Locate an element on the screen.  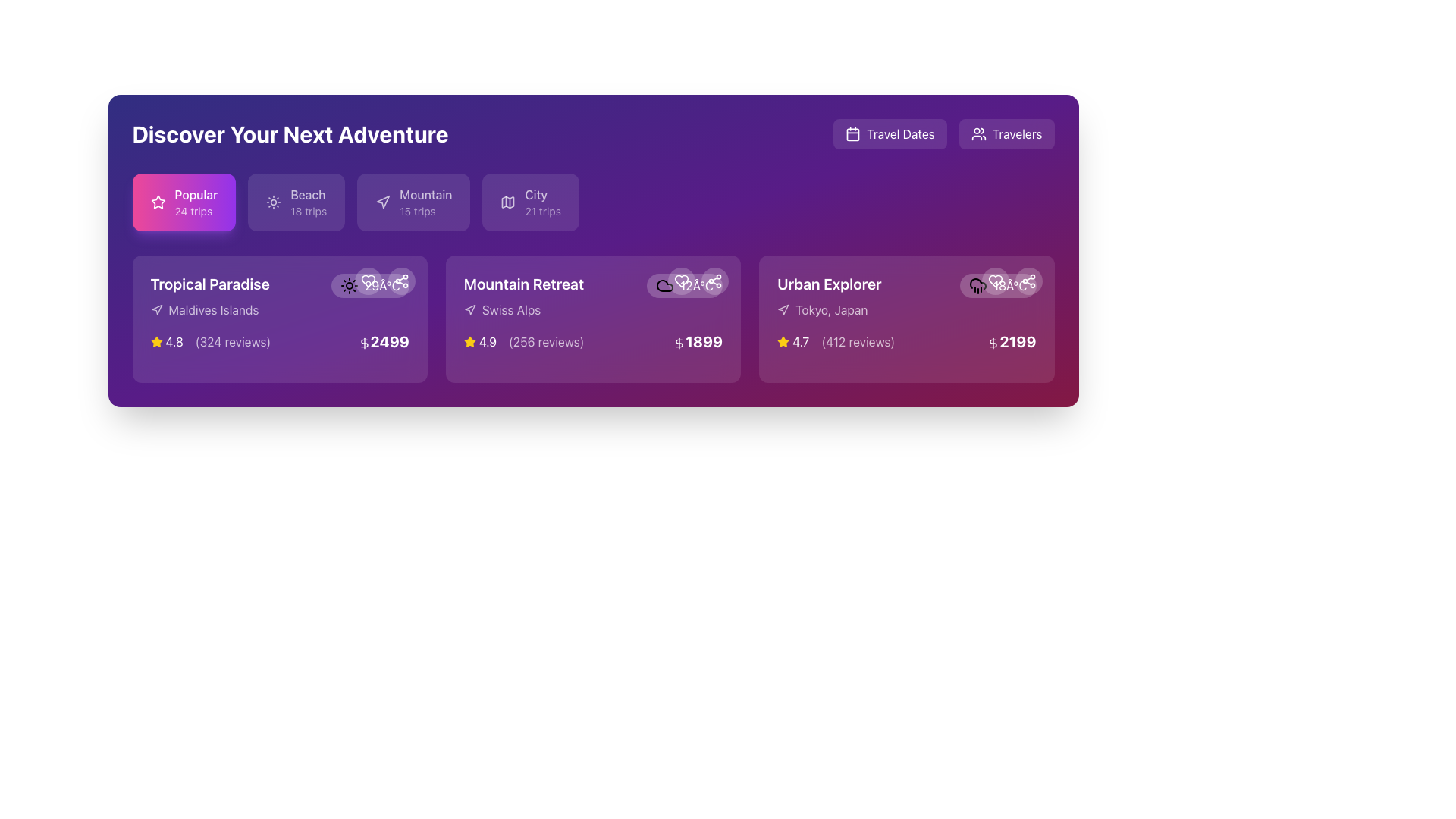
the static representation of the dollar symbol icon located to the left of the price text '2199' in the bottom-right card of the interface is located at coordinates (993, 343).